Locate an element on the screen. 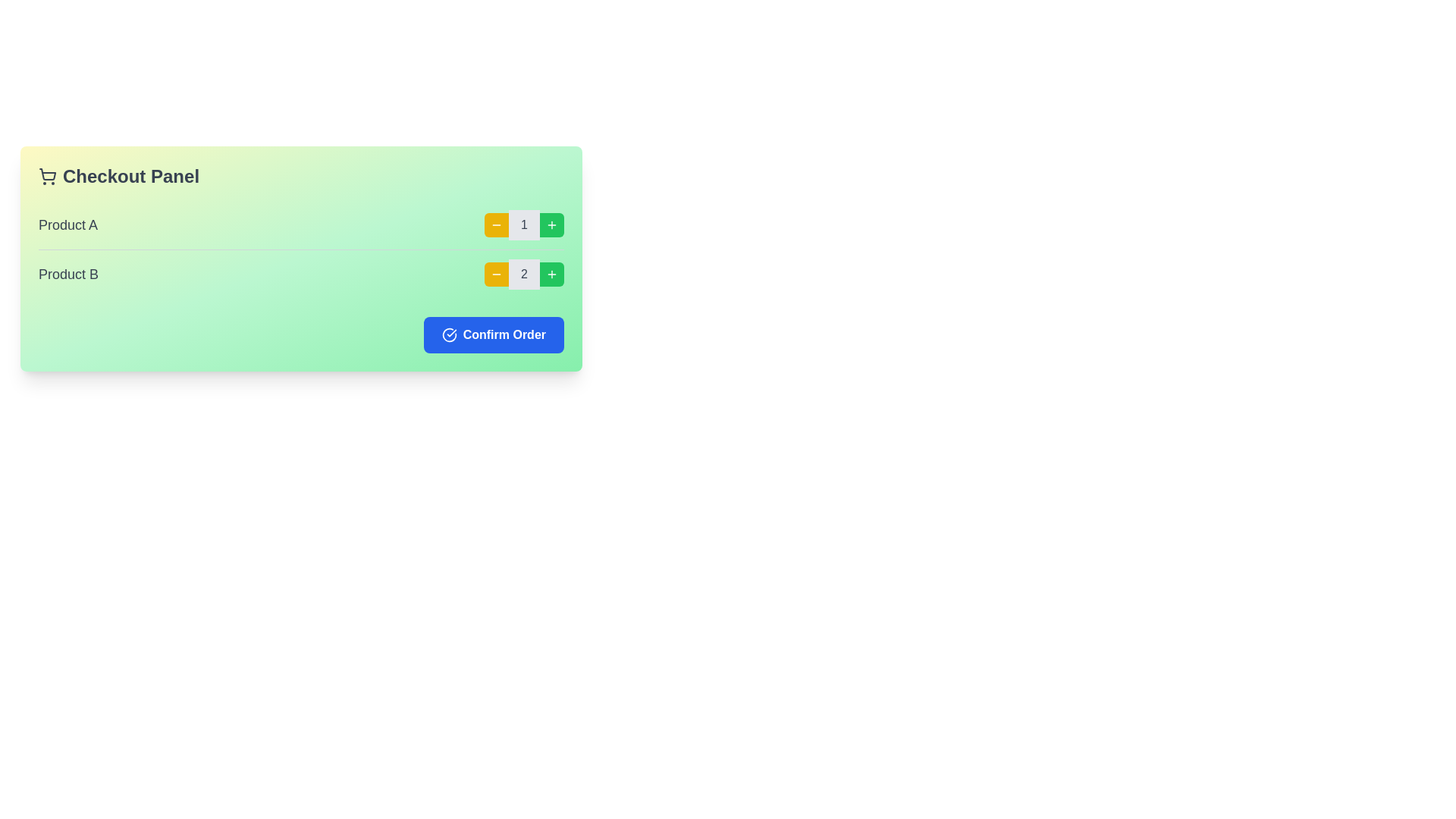 The width and height of the screenshot is (1456, 819). the green rectangular button with rounded right corners and a centered plus icon is located at coordinates (551, 225).